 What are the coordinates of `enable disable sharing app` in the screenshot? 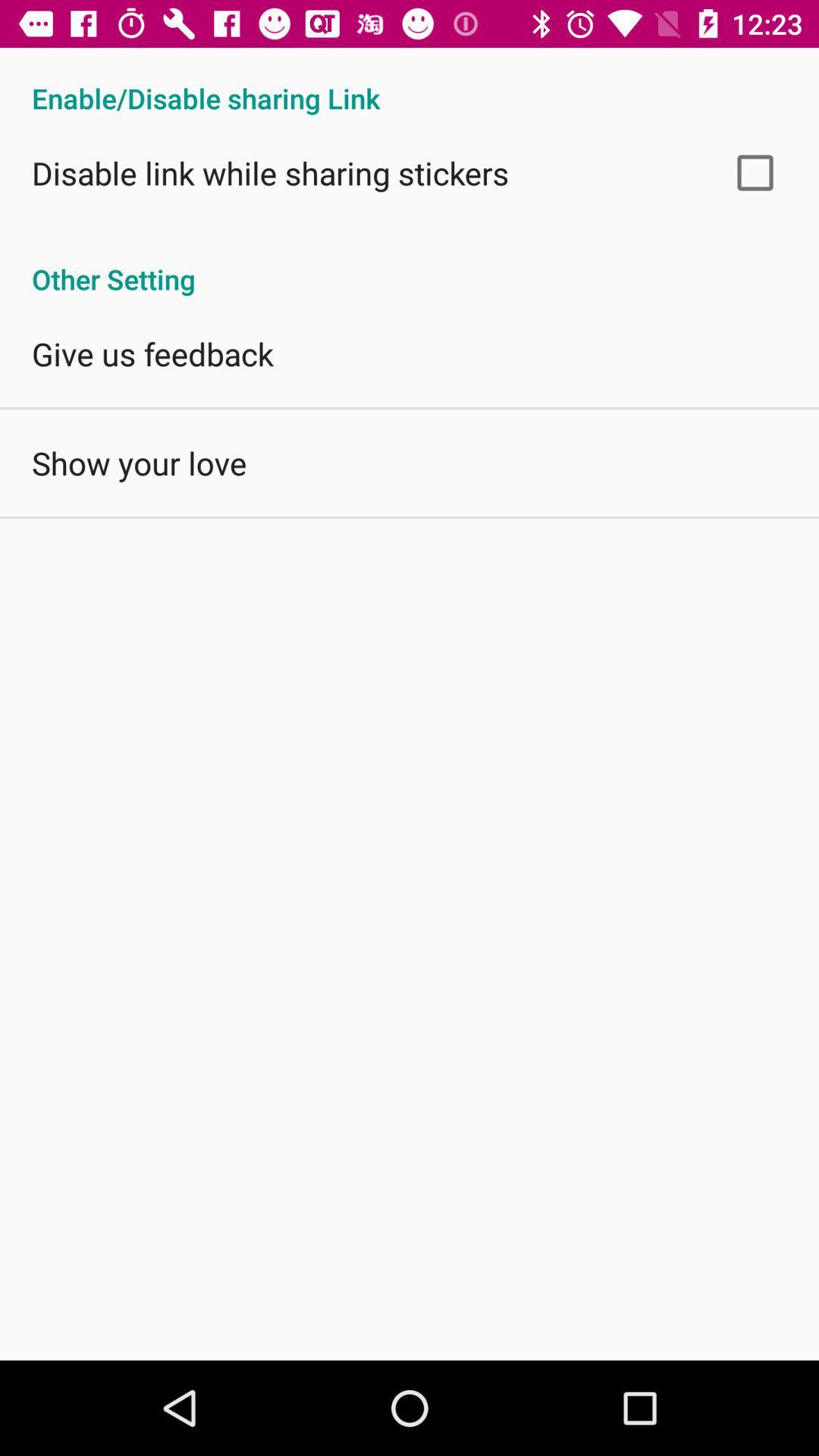 It's located at (409, 81).